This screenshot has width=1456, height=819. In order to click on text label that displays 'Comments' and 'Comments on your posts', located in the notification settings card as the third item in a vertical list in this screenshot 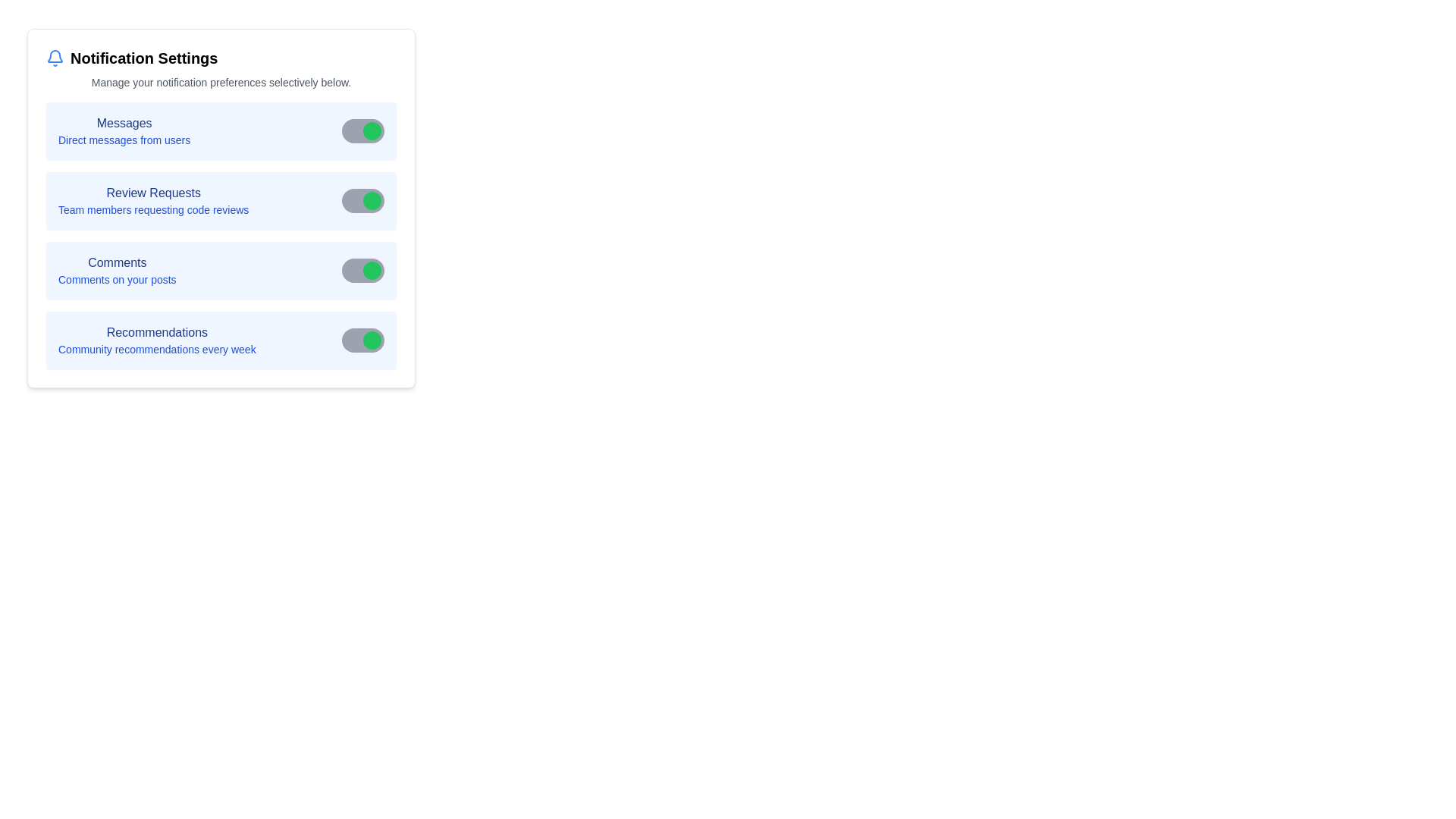, I will do `click(116, 270)`.